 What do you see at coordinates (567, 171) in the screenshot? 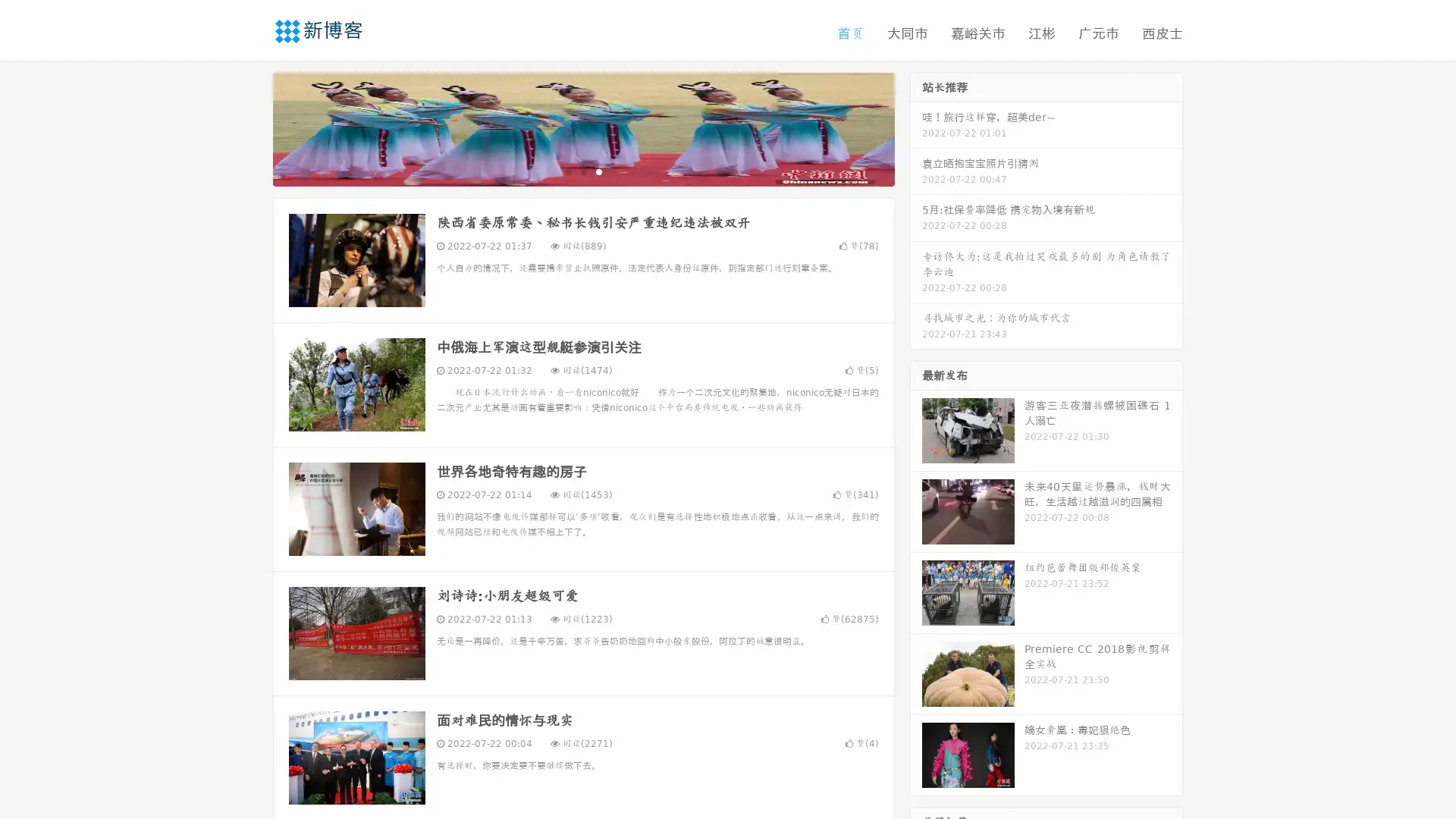
I see `Go to slide 1` at bounding box center [567, 171].